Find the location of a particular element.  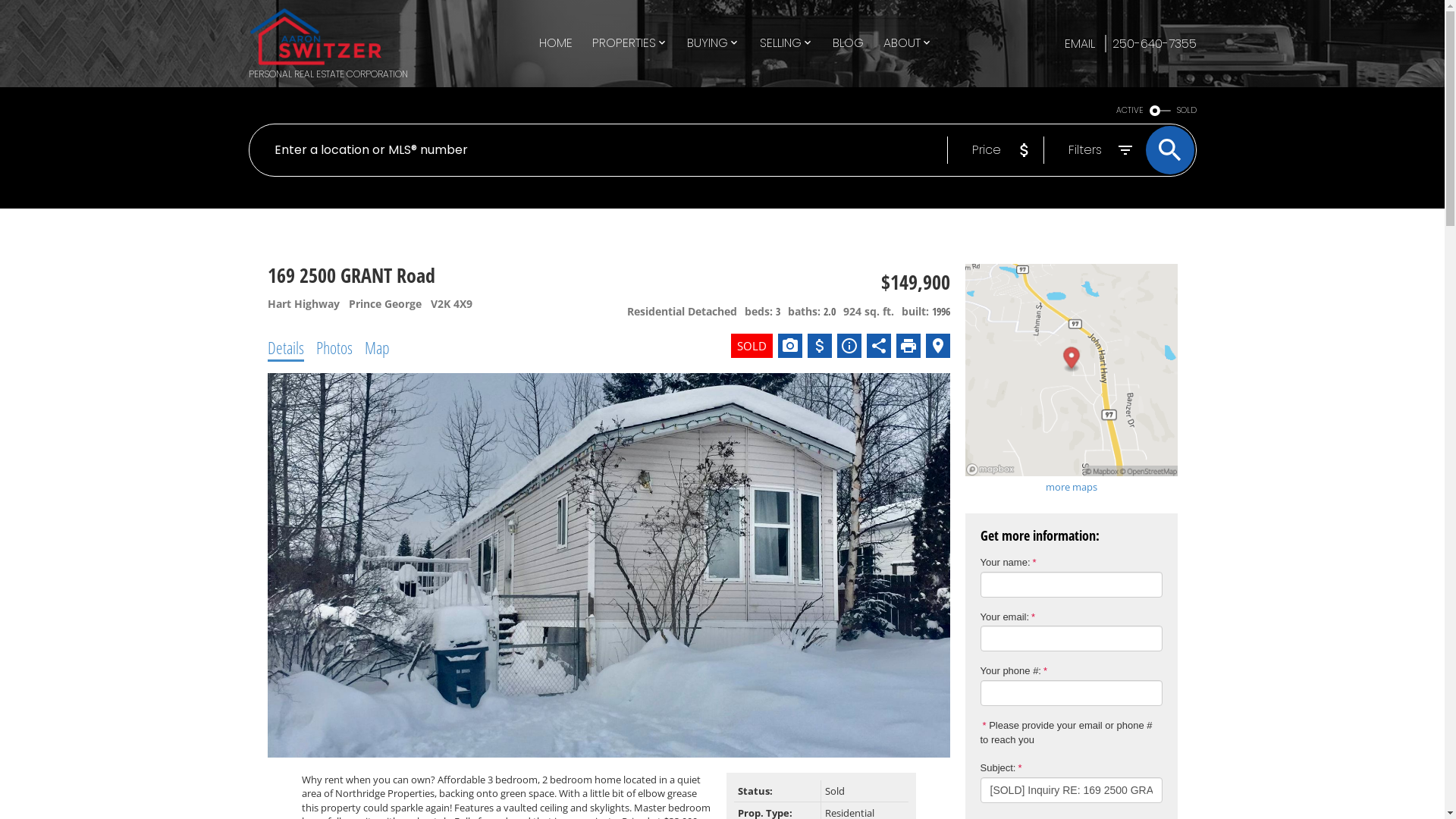

'BLOG' is located at coordinates (847, 42).